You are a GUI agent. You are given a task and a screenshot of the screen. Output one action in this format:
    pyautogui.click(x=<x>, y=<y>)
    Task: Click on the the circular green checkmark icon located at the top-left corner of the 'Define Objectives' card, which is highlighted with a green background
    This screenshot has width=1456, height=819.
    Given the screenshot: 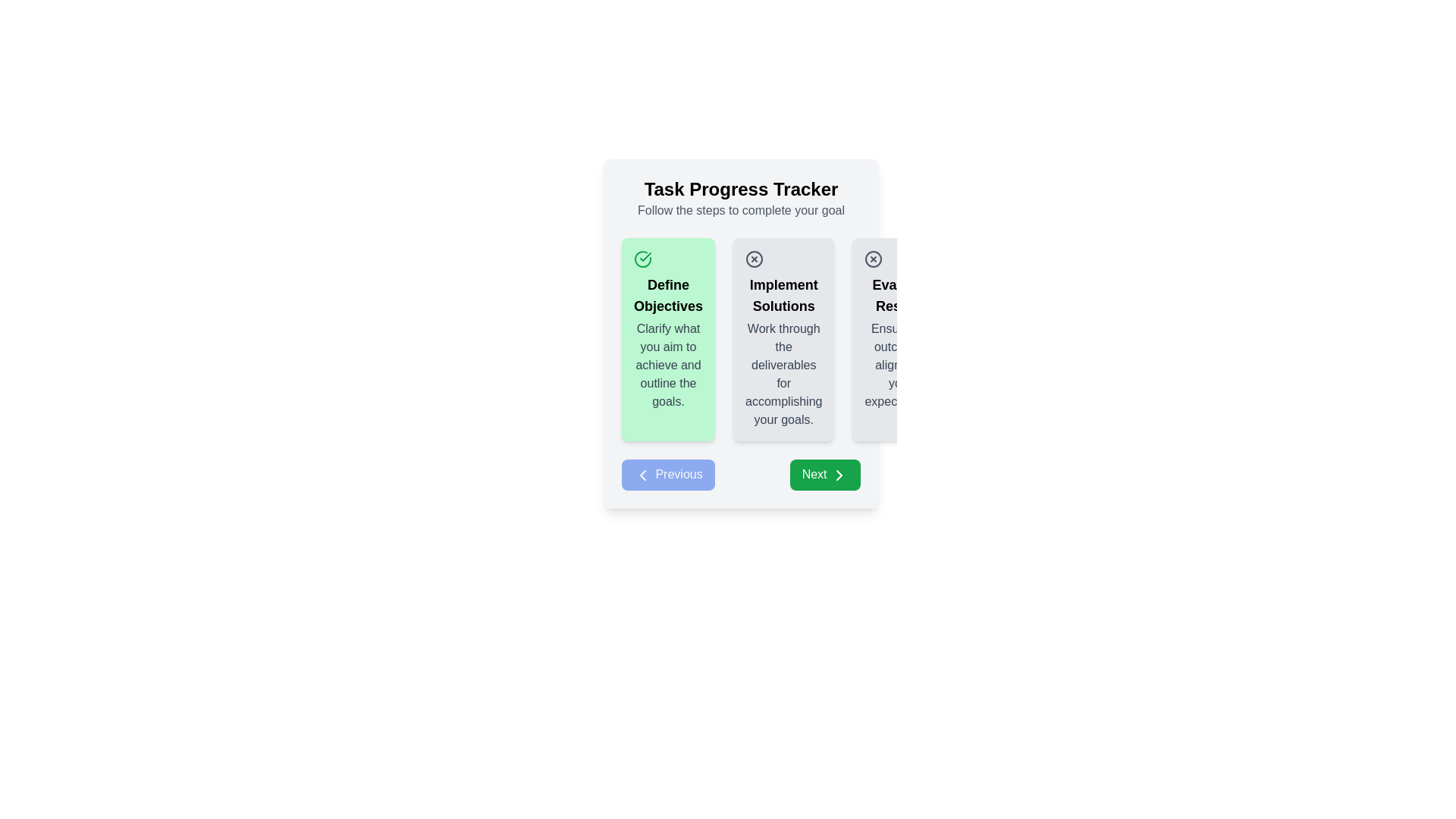 What is the action you would take?
    pyautogui.click(x=643, y=259)
    